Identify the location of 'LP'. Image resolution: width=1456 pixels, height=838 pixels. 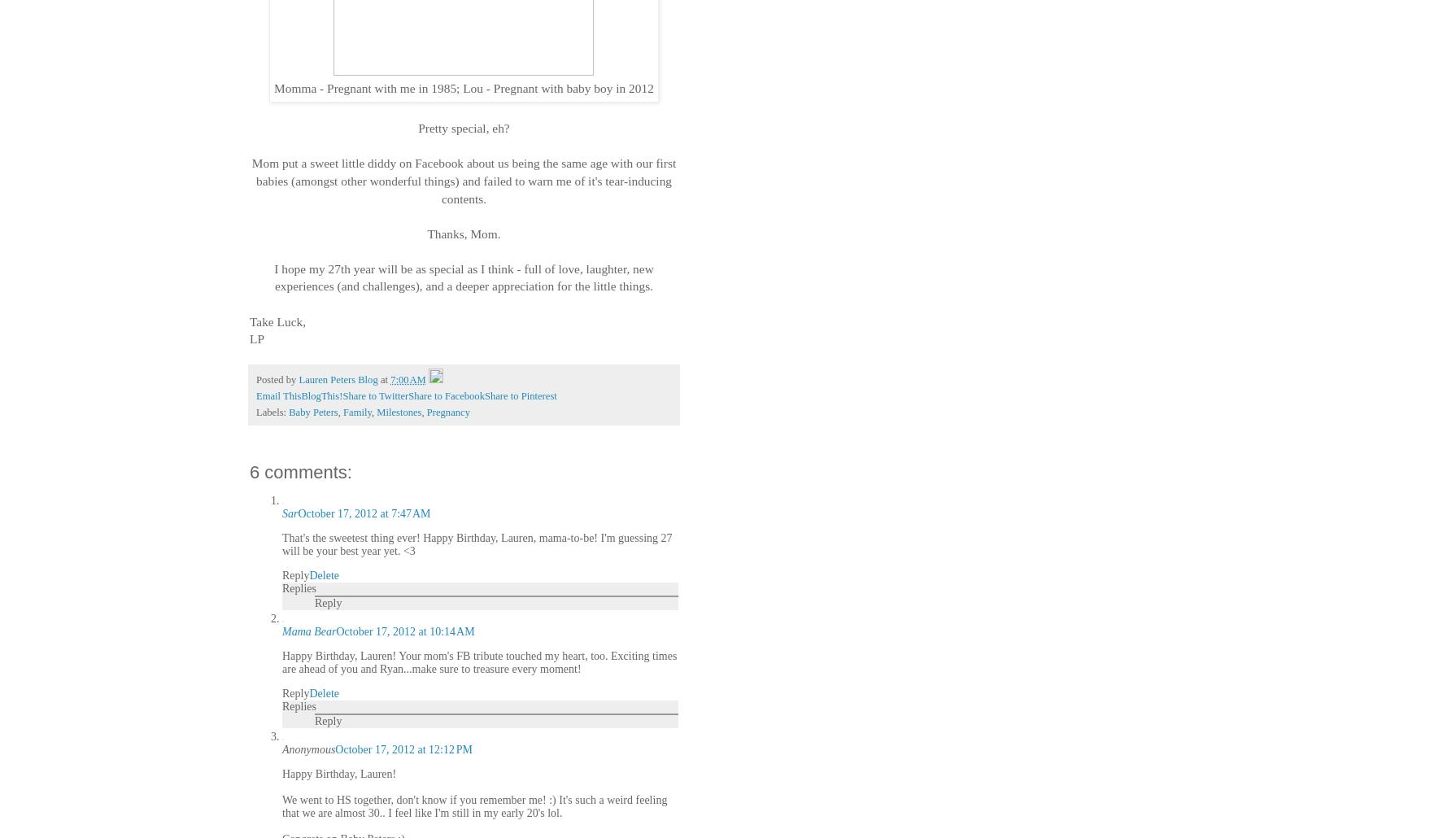
(256, 338).